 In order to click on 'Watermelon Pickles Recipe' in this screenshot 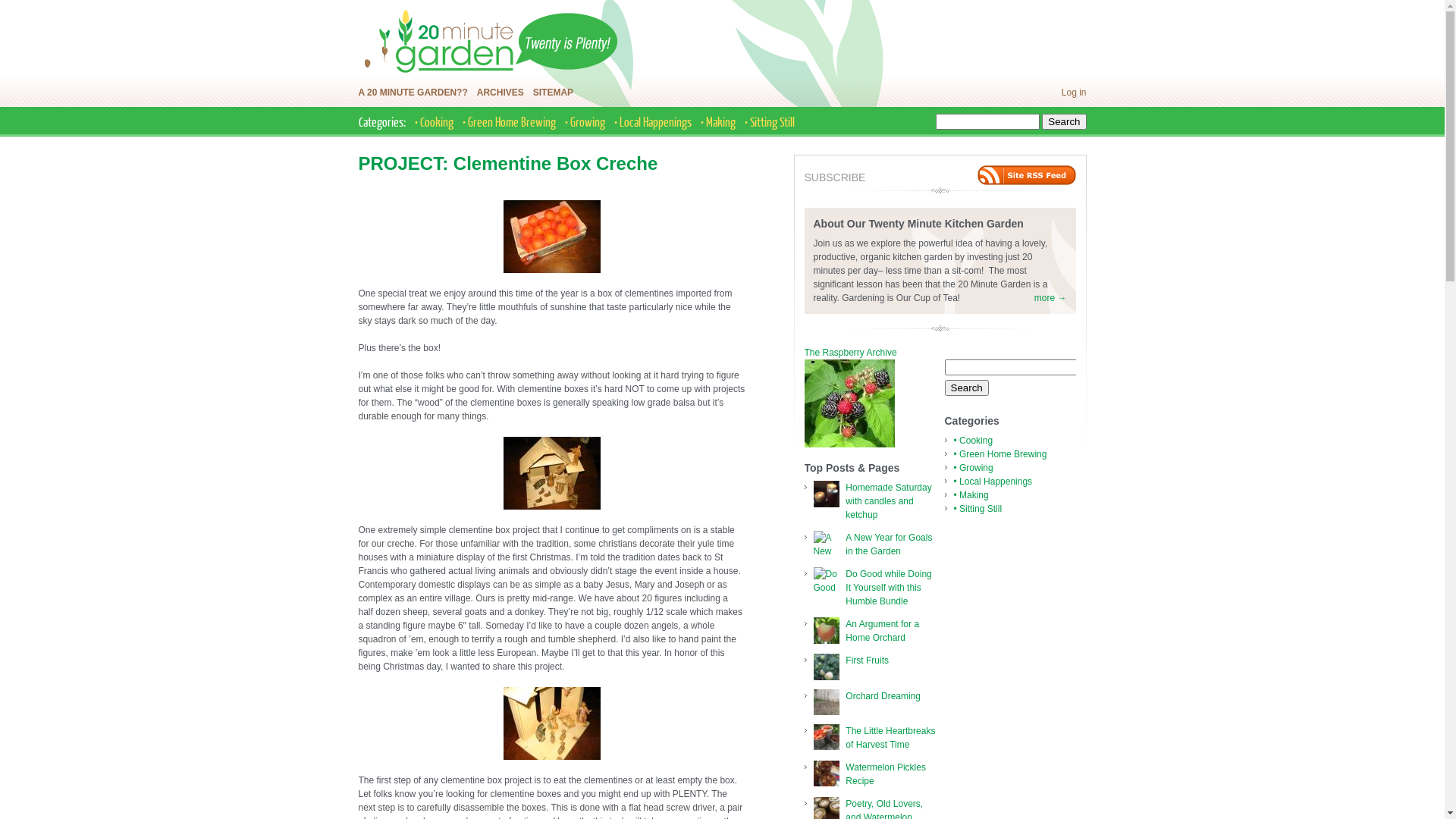, I will do `click(844, 774)`.